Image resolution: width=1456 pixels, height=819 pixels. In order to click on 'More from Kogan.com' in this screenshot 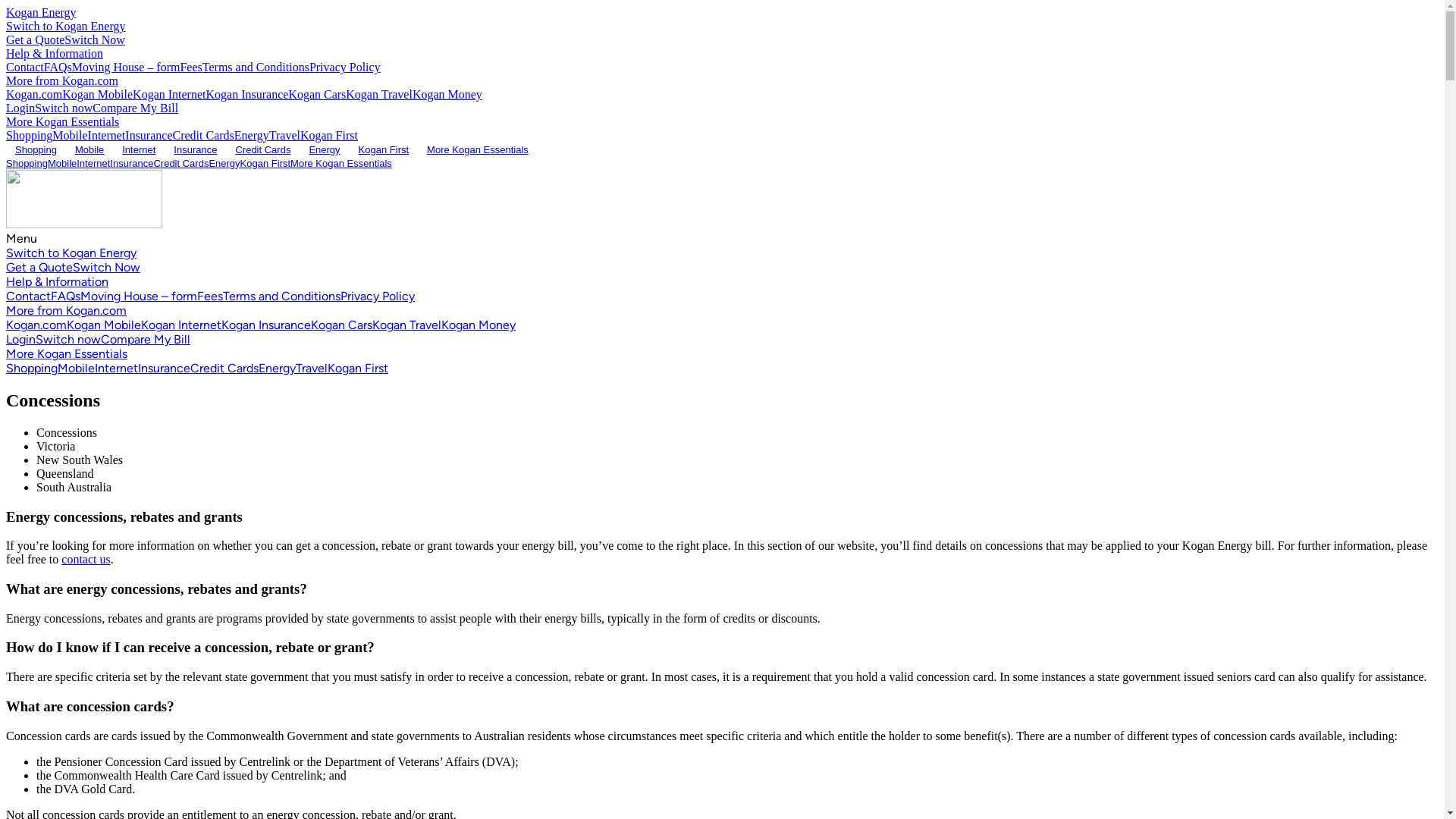, I will do `click(61, 80)`.